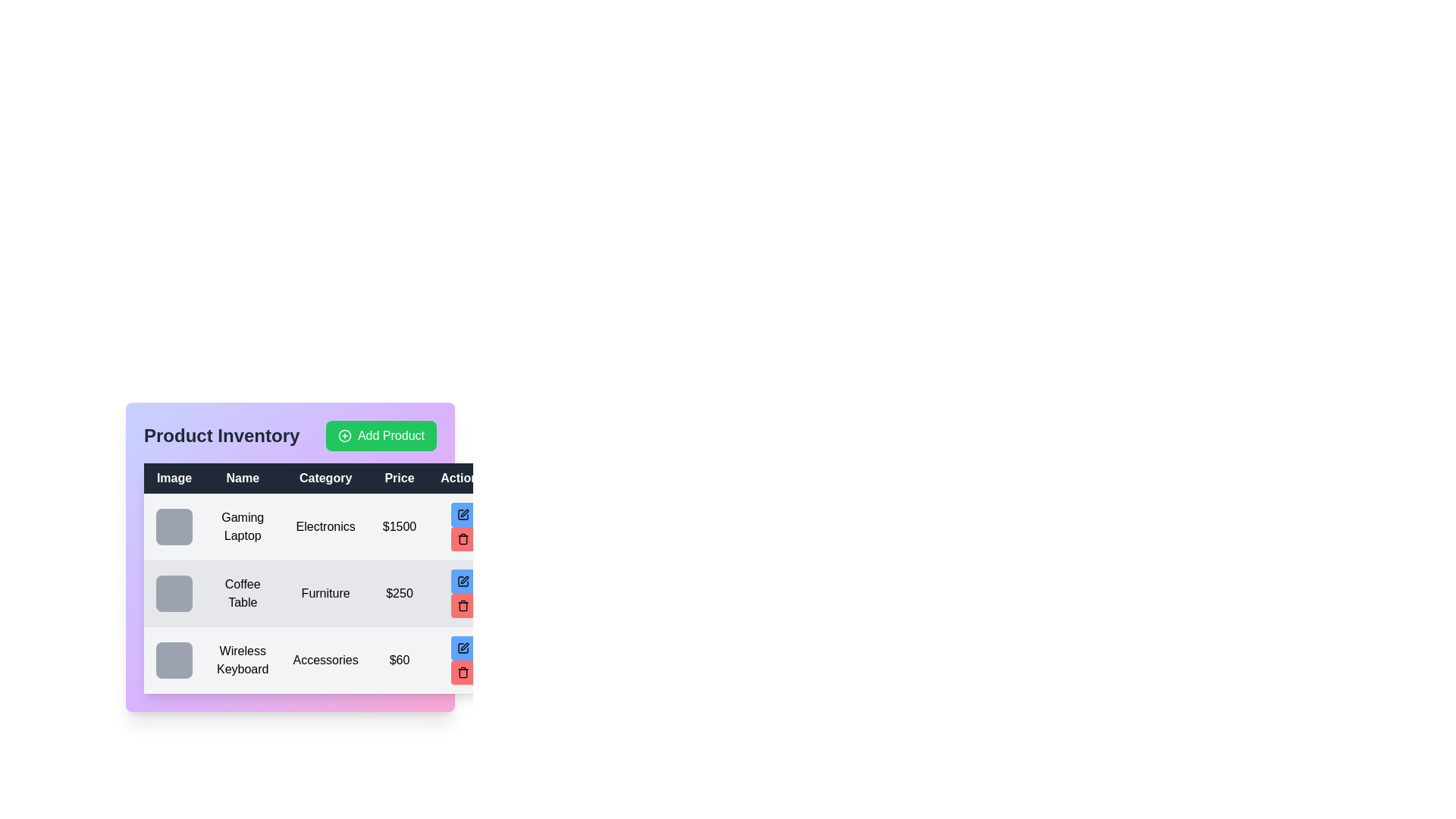 This screenshot has width=1456, height=819. What do you see at coordinates (462, 648) in the screenshot?
I see `the edit icon button, which is a pen icon within a square, located in the first position of the 'Actions' column in the third row of the table` at bounding box center [462, 648].